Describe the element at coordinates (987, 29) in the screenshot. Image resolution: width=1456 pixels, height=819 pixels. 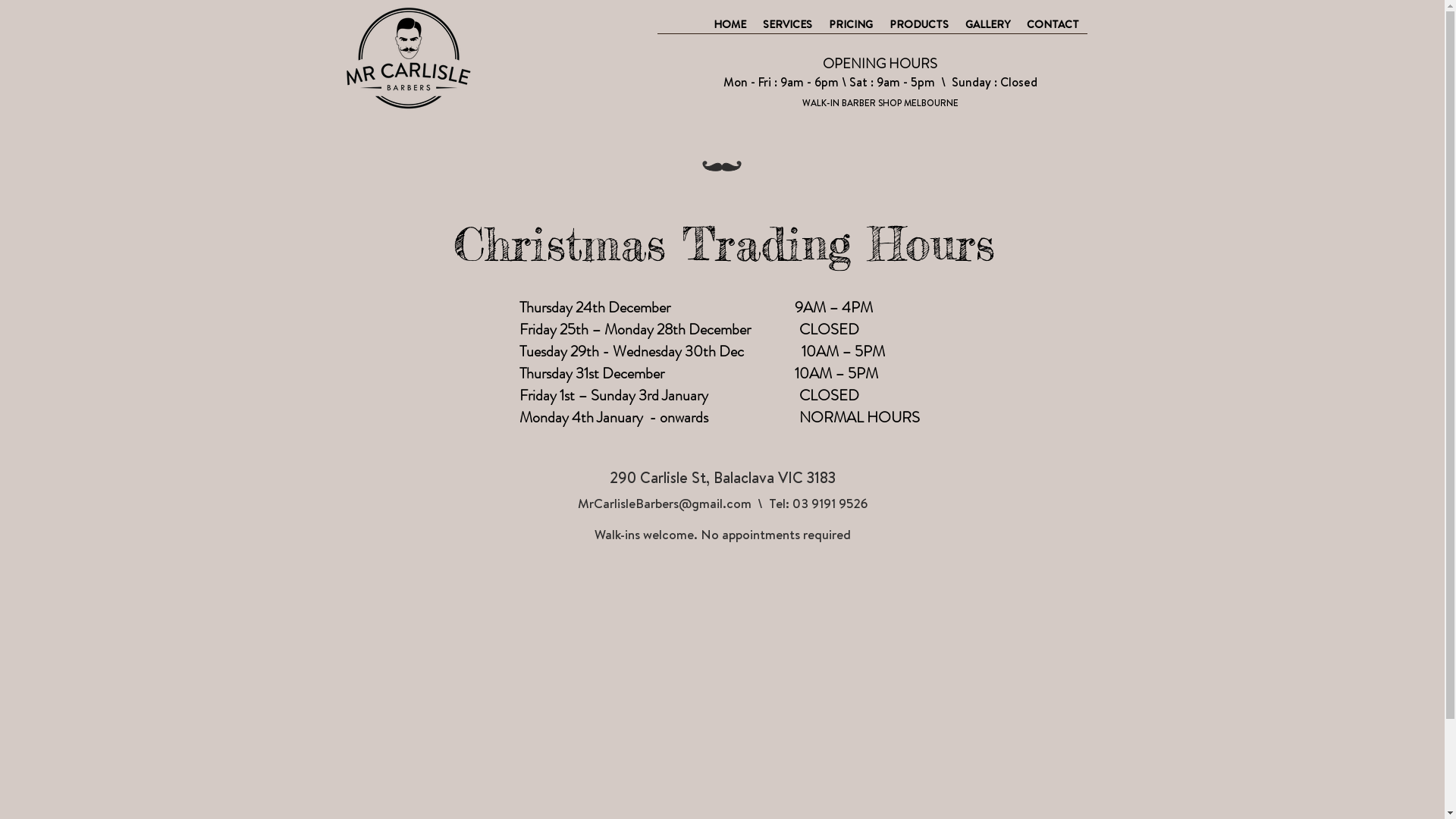
I see `'GALLERY'` at that location.